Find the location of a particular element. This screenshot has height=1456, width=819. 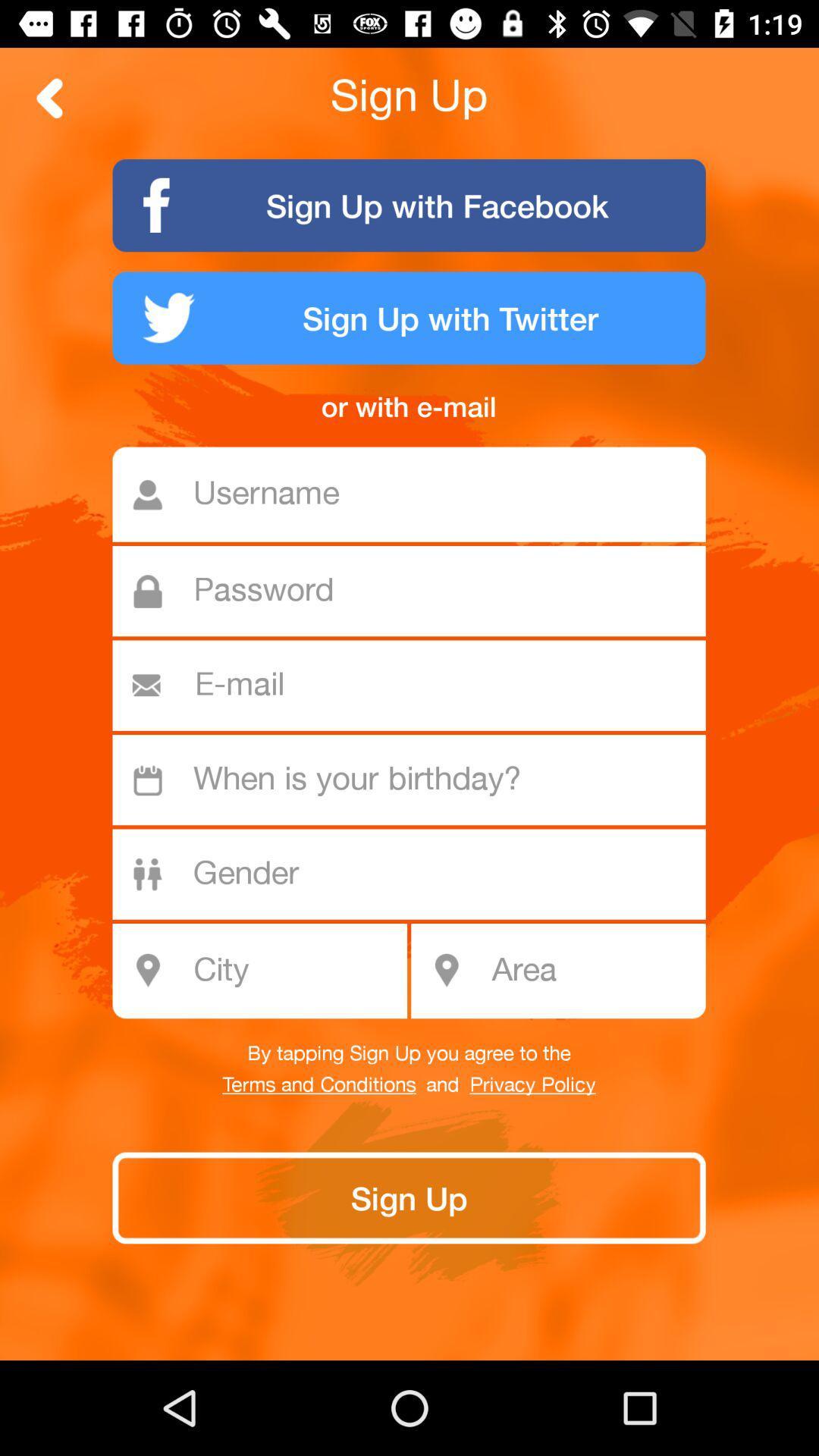

username is located at coordinates (417, 494).